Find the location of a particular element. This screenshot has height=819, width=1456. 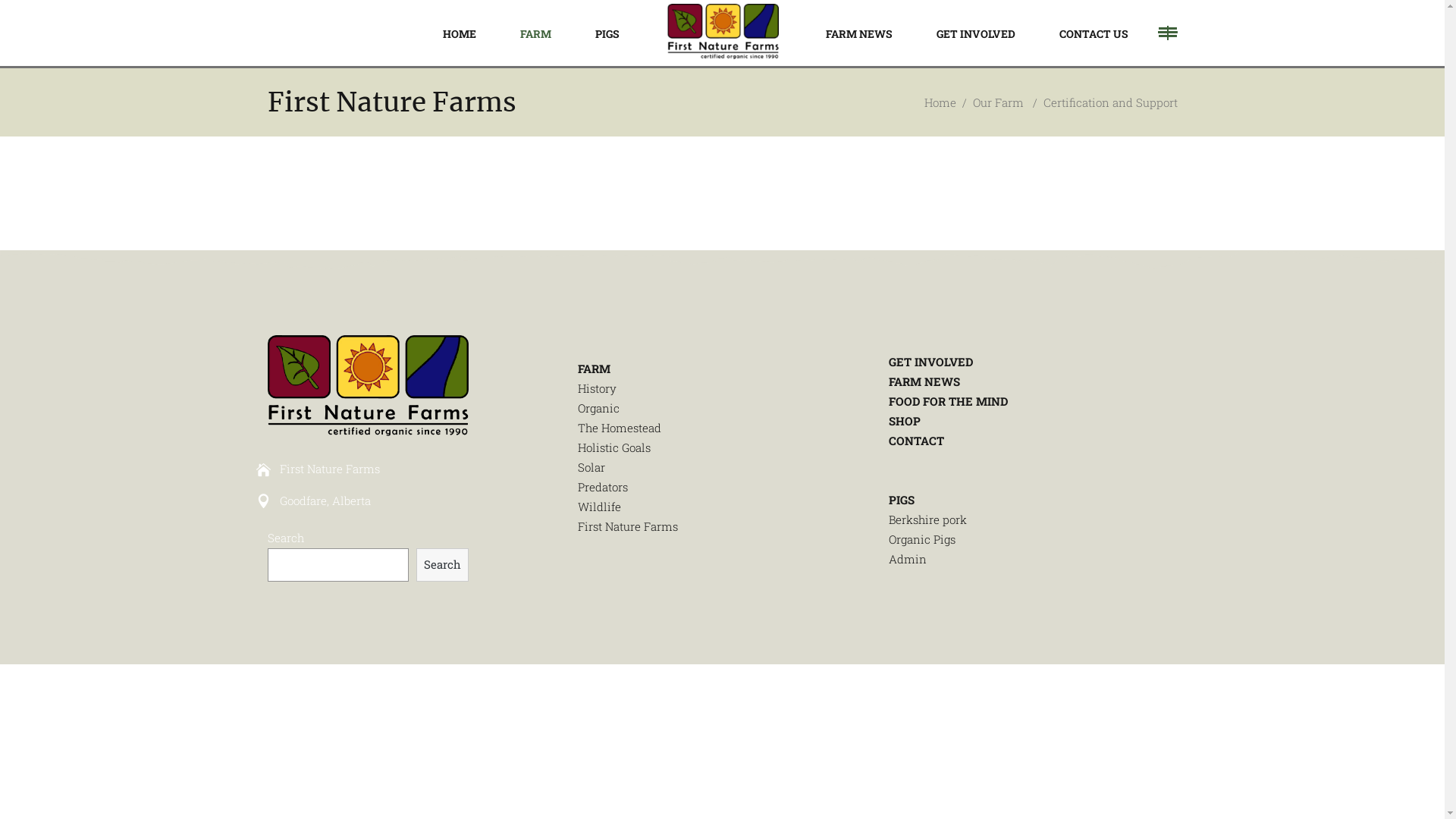

'Home' is located at coordinates (938, 102).